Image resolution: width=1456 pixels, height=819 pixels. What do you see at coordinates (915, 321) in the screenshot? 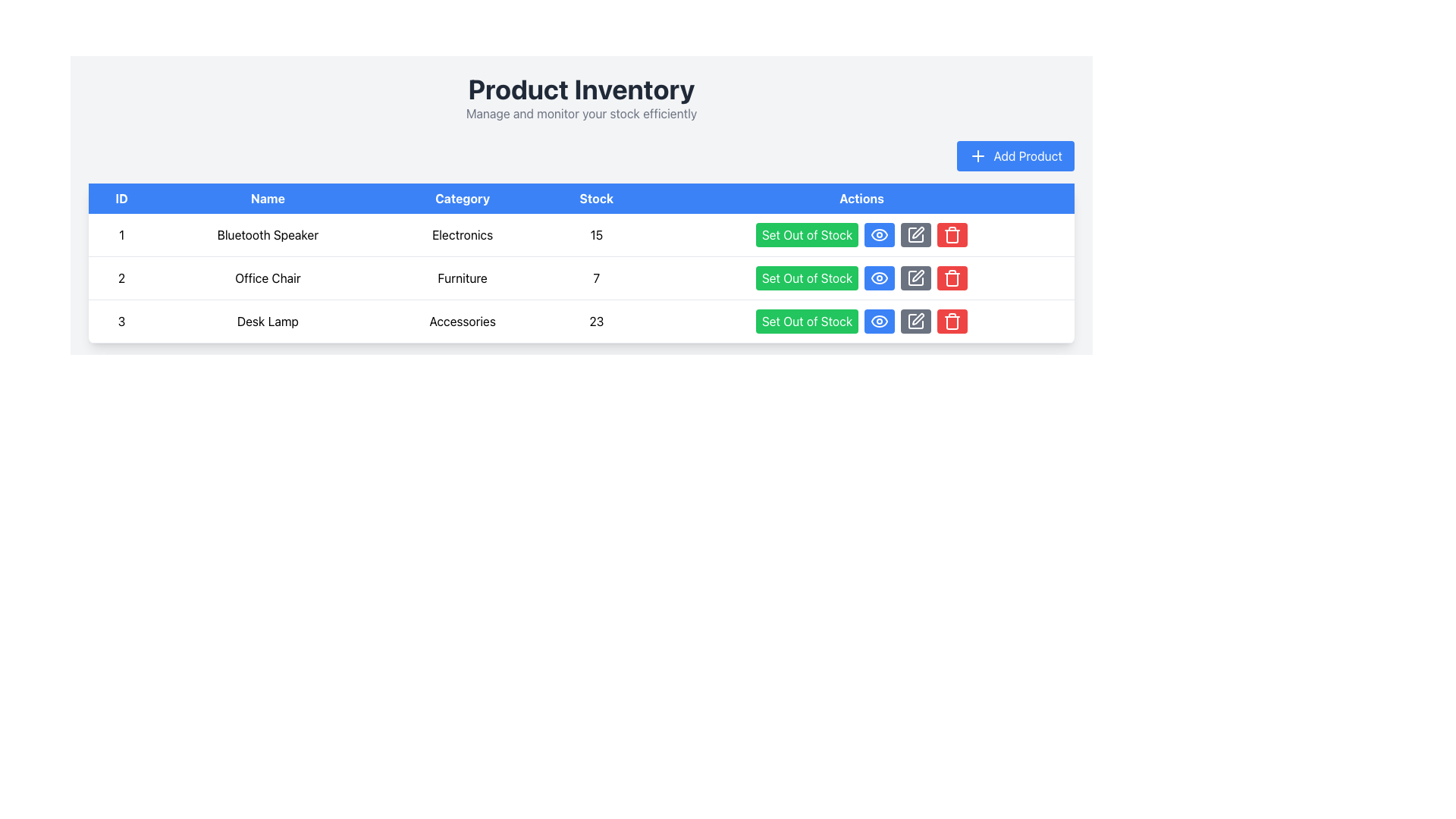
I see `the 'Edit' button associated with the 'Desk Lamp' item in the third row of the table` at bounding box center [915, 321].